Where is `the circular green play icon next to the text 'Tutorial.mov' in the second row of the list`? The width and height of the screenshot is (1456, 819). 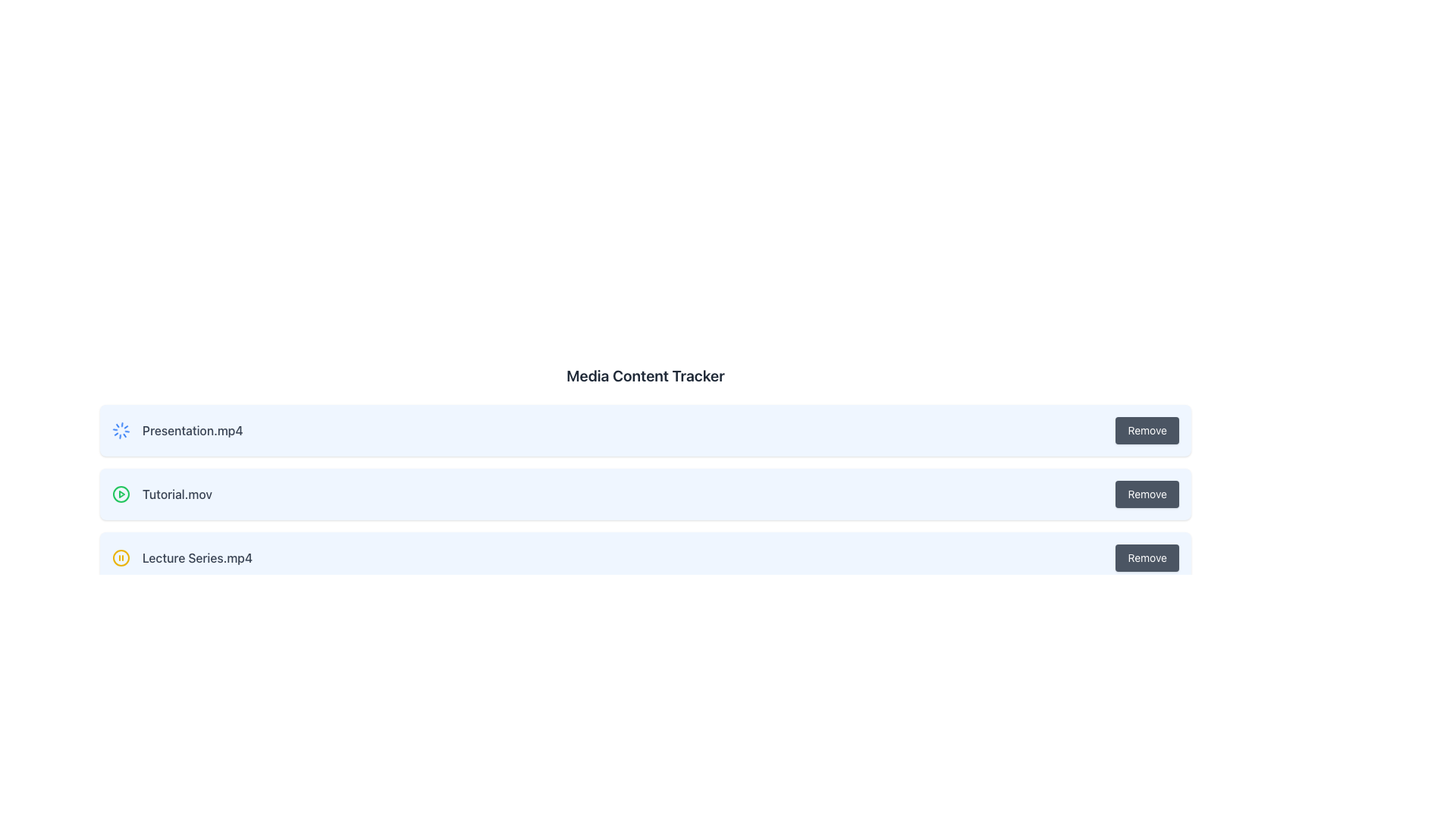
the circular green play icon next to the text 'Tutorial.mov' in the second row of the list is located at coordinates (162, 494).